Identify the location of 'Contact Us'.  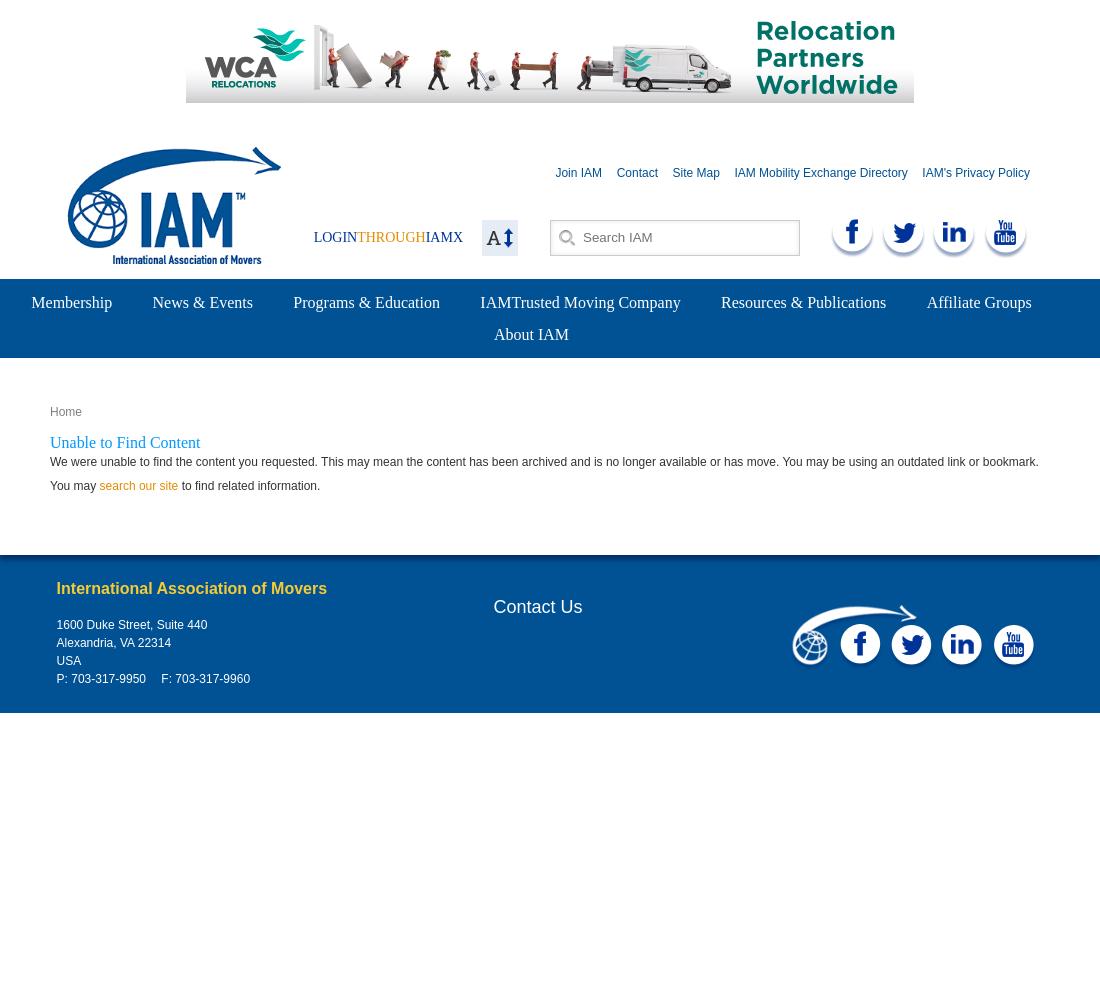
(537, 606).